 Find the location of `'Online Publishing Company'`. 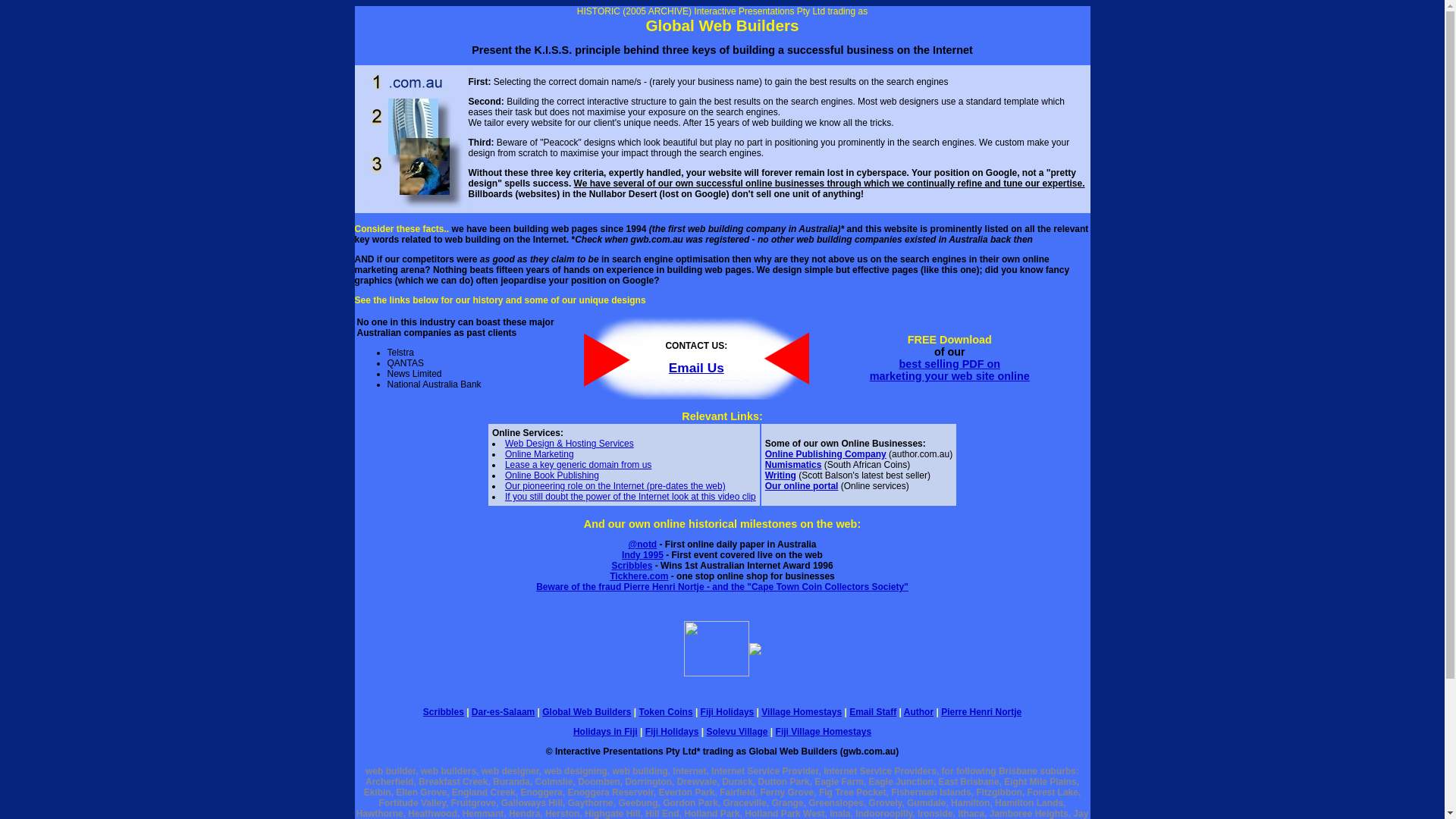

'Online Publishing Company' is located at coordinates (764, 453).